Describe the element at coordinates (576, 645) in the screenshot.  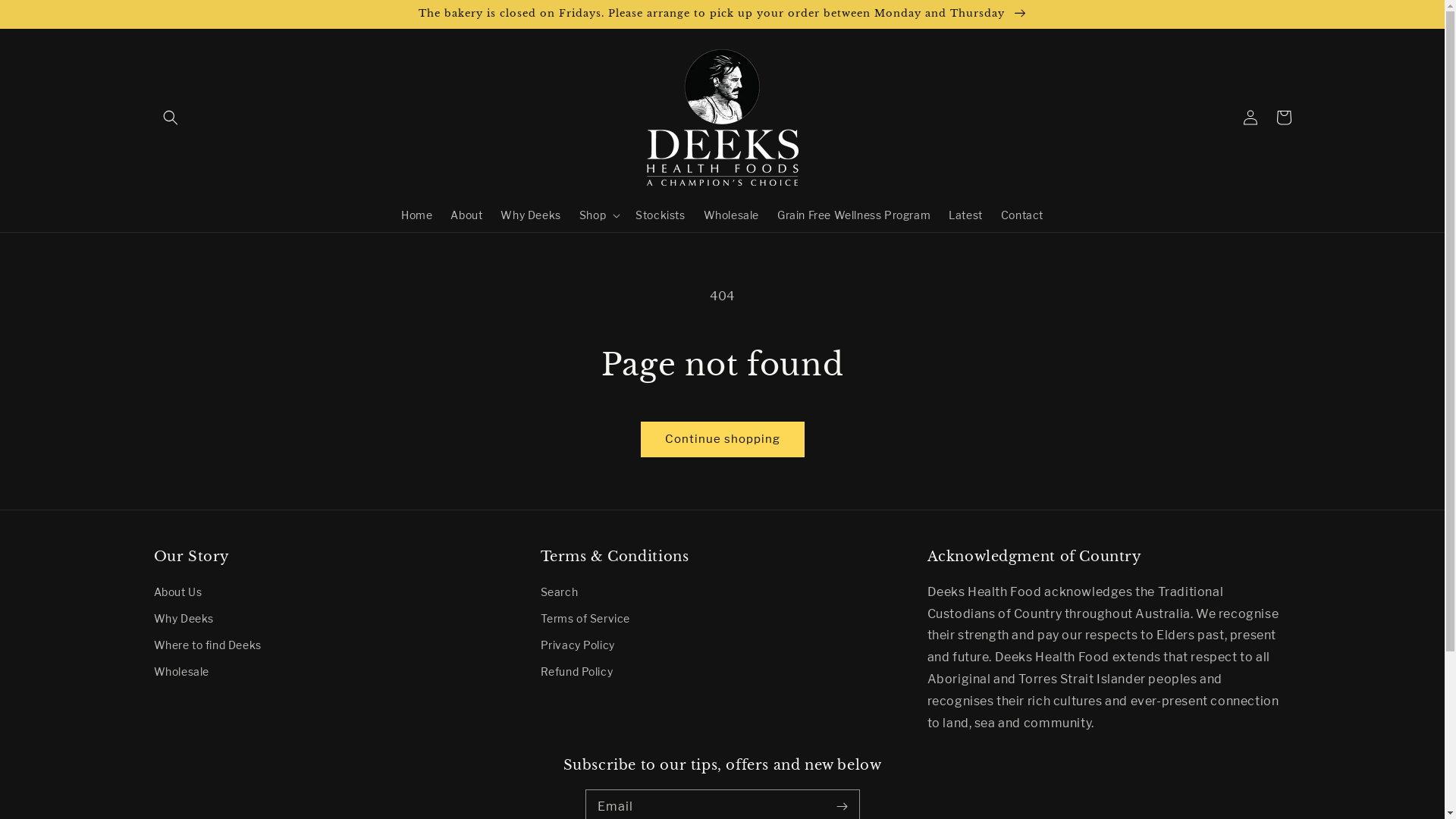
I see `'Privacy Policy'` at that location.